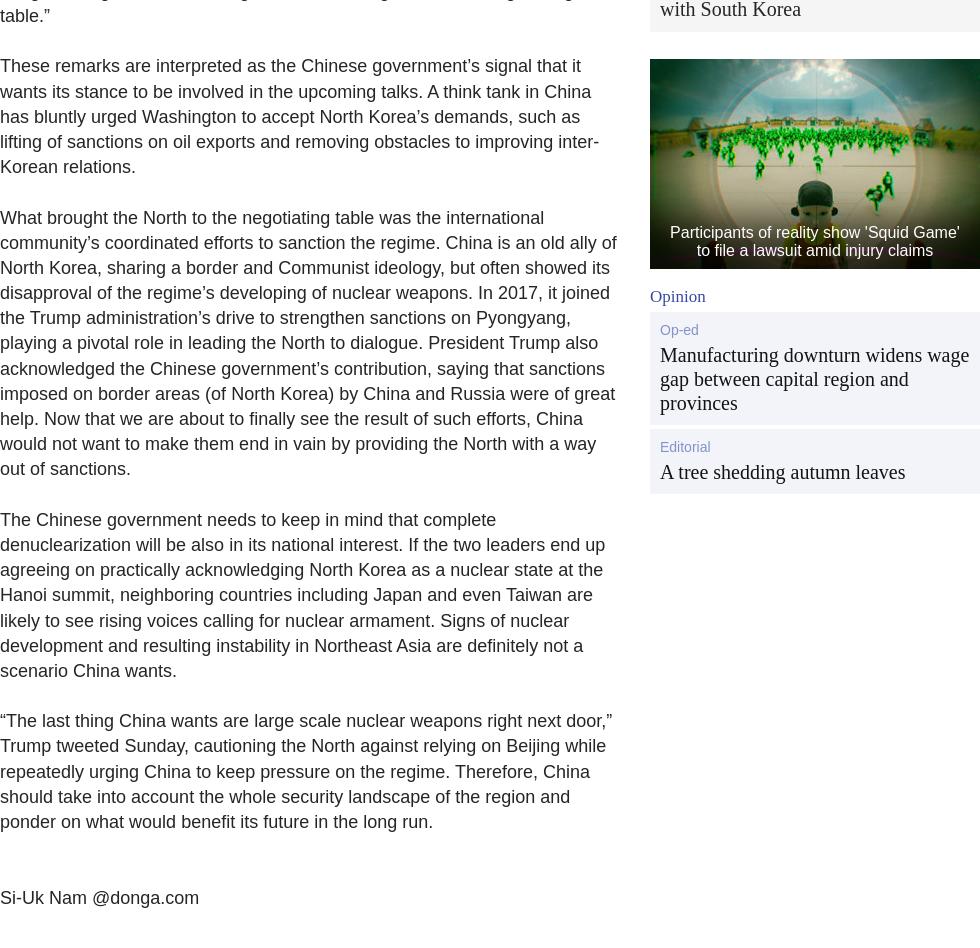 The image size is (980, 948). I want to click on 'These remarks are interpreted as the Chinese government’s signal that it wants its stance to be involved in the upcoming talks. A think tank in China has bluntly urged Washington to accept North Korea’s demands, such as lifting of sanctions on oil exports and removing obstacles to improving inter-Korean relations.', so click(299, 116).